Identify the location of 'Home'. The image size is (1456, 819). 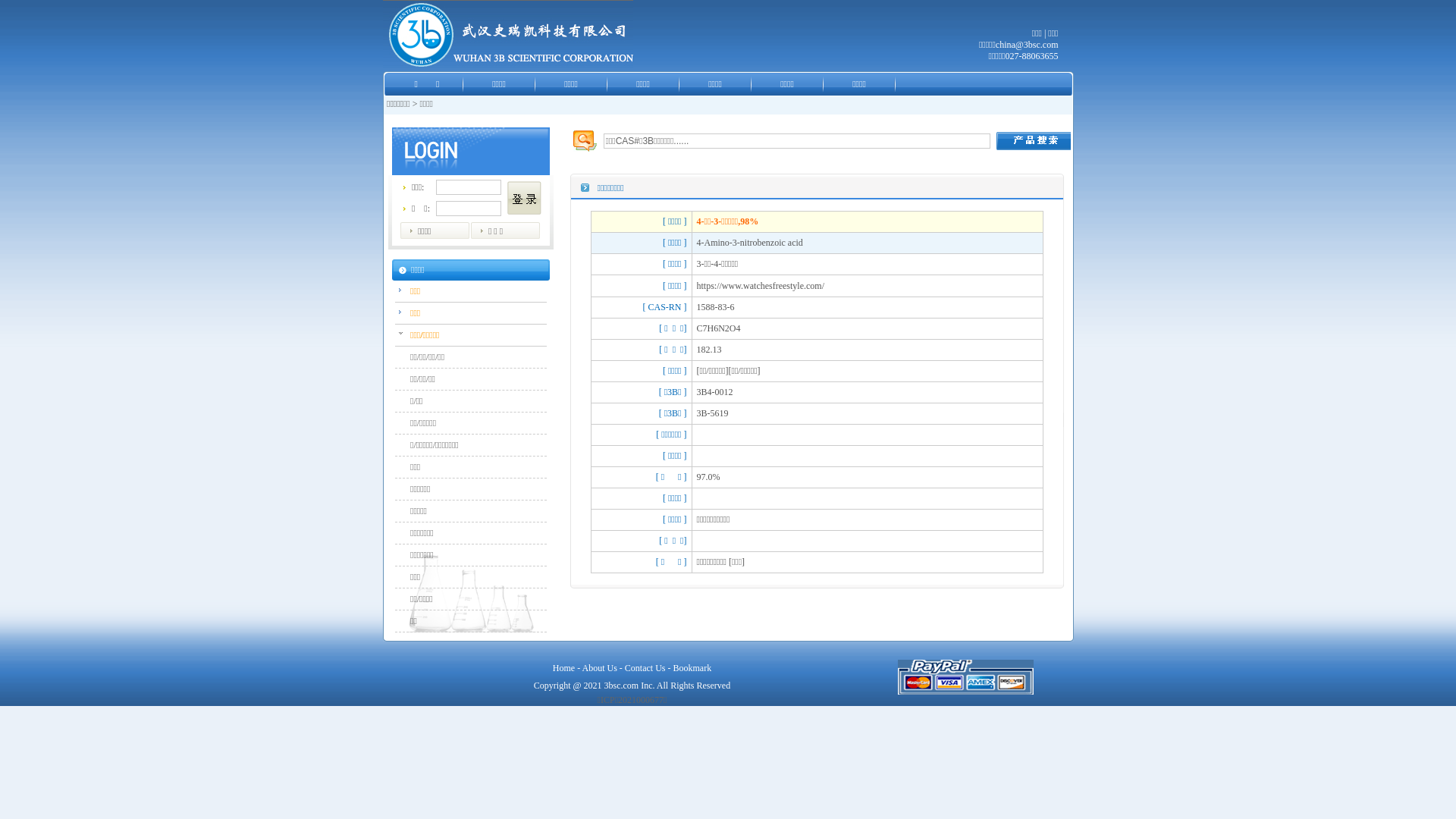
(563, 667).